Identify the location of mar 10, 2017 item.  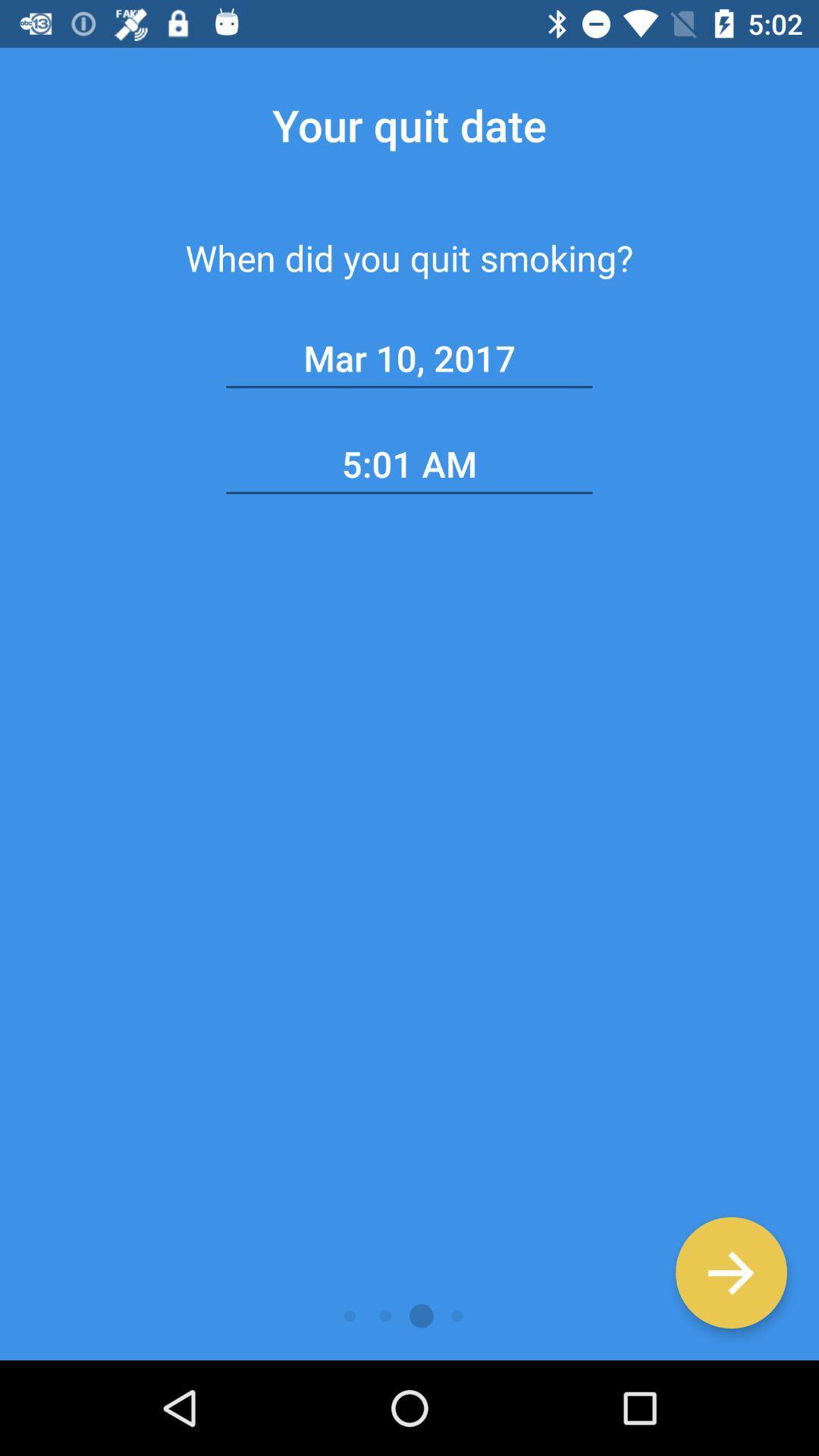
(409, 358).